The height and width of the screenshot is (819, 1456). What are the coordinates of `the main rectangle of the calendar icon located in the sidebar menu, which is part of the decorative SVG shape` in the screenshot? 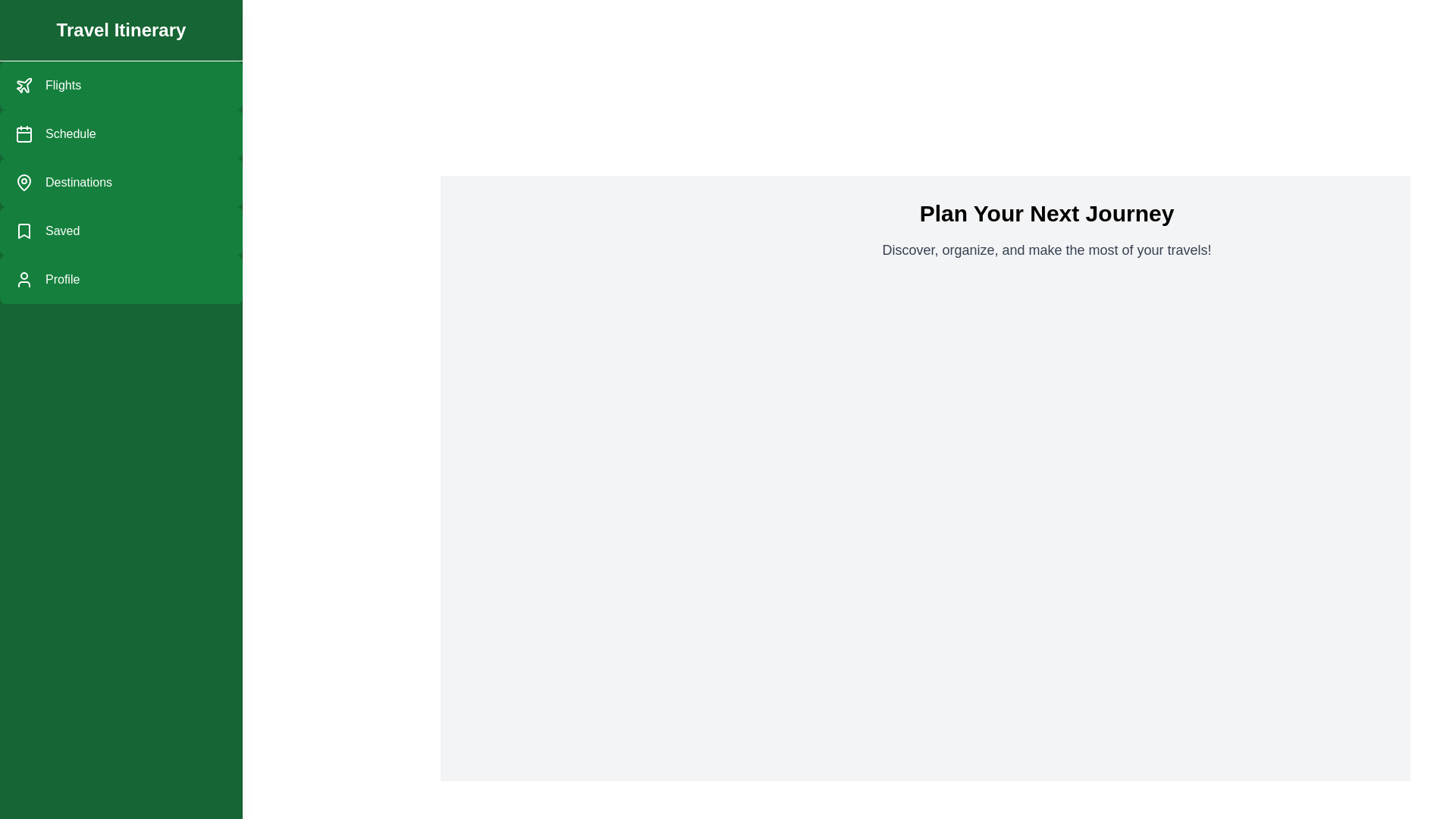 It's located at (24, 133).